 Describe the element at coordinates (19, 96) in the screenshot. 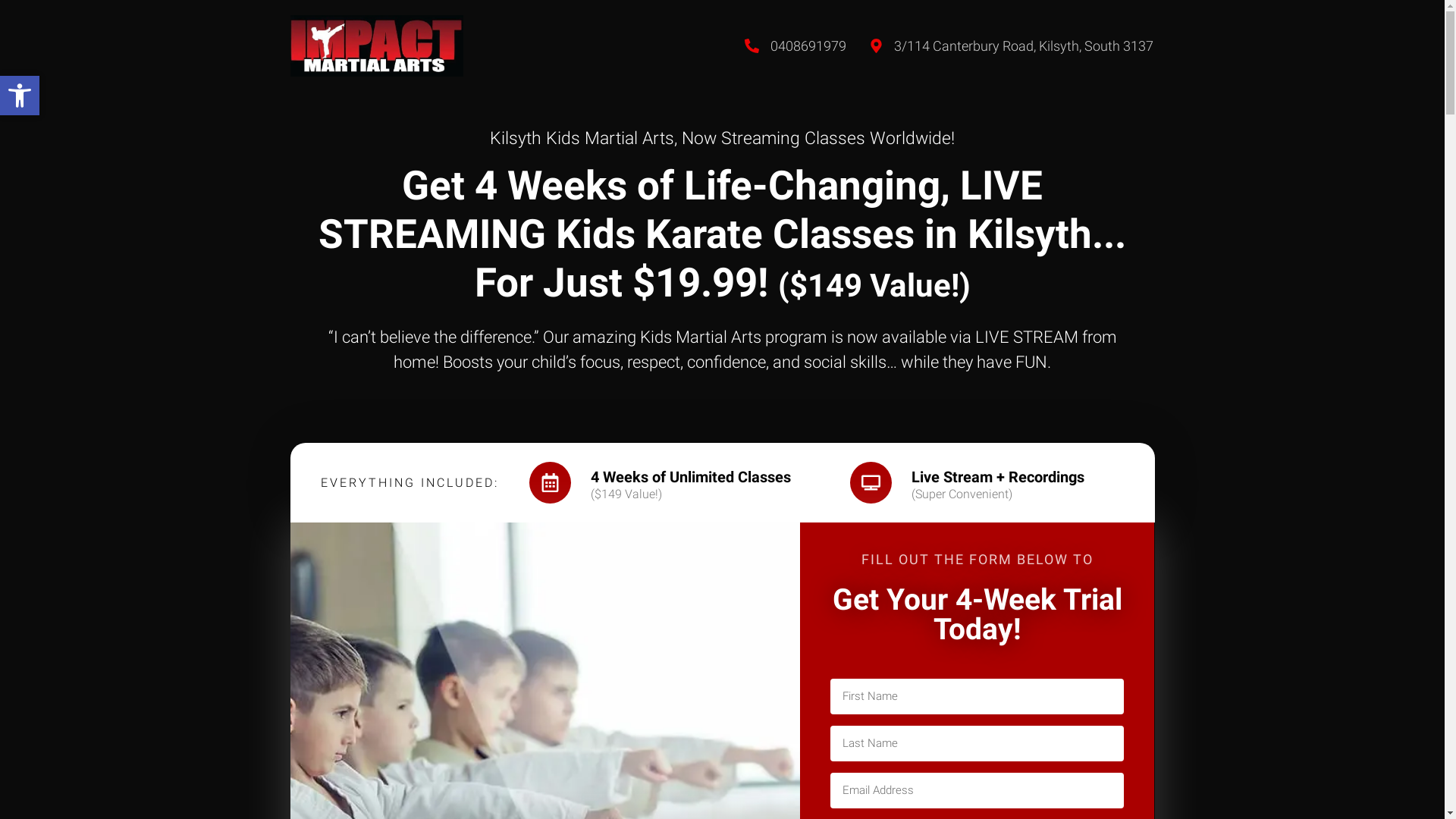

I see `'Open toolbar` at that location.